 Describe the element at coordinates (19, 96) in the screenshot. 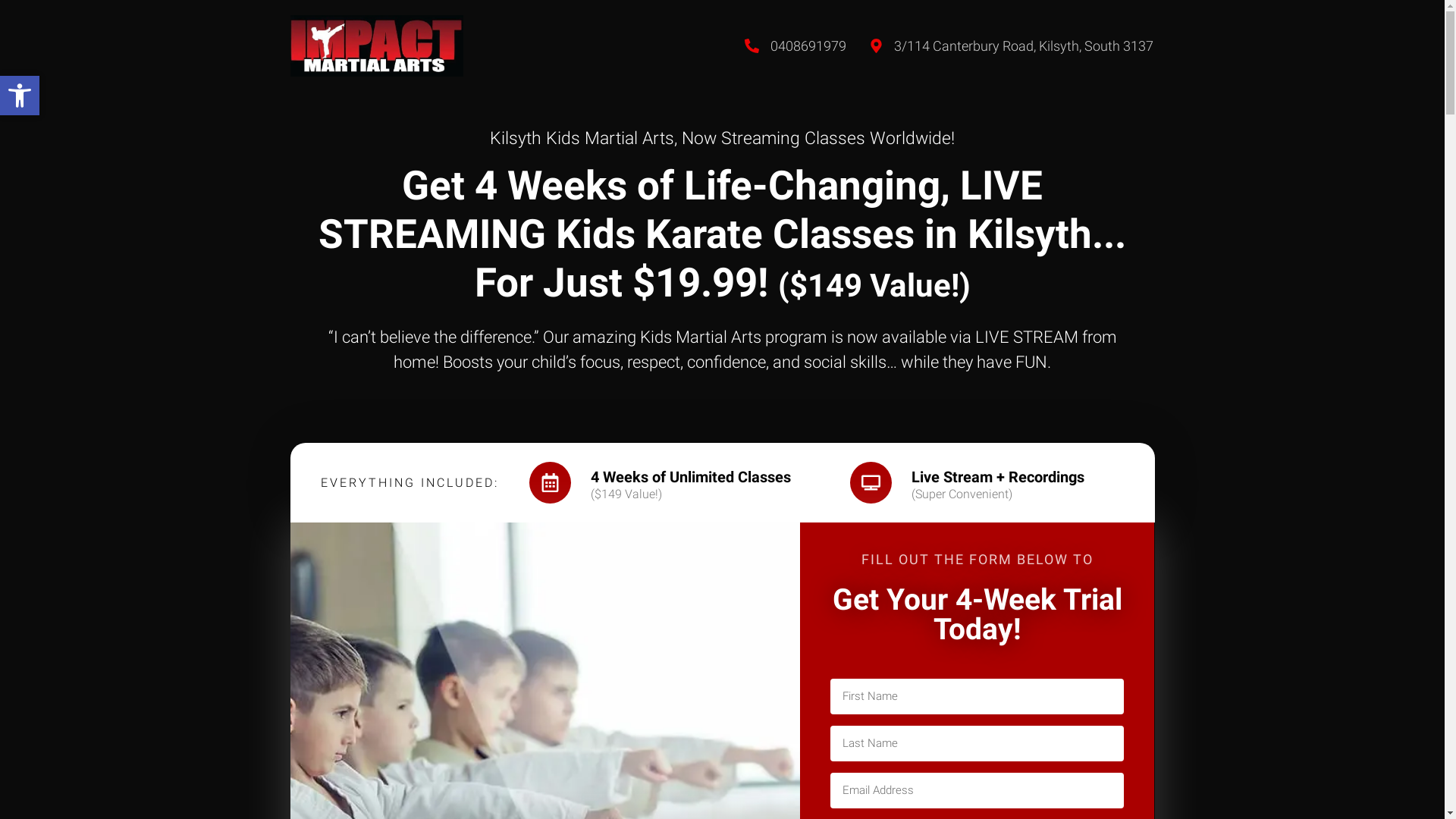

I see `'Open toolbar` at that location.